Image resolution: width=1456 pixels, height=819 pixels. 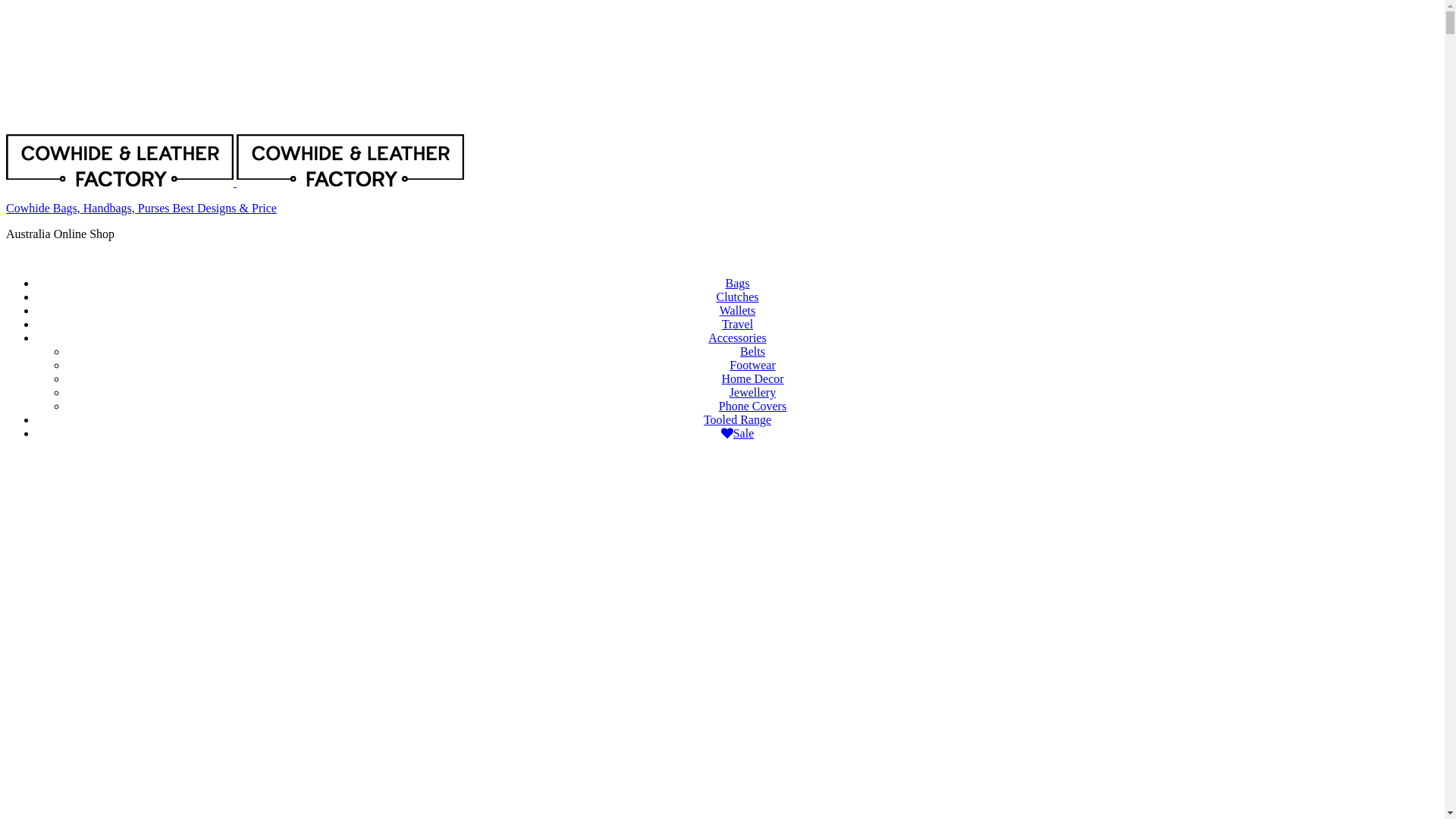 What do you see at coordinates (738, 309) in the screenshot?
I see `'Wallets'` at bounding box center [738, 309].